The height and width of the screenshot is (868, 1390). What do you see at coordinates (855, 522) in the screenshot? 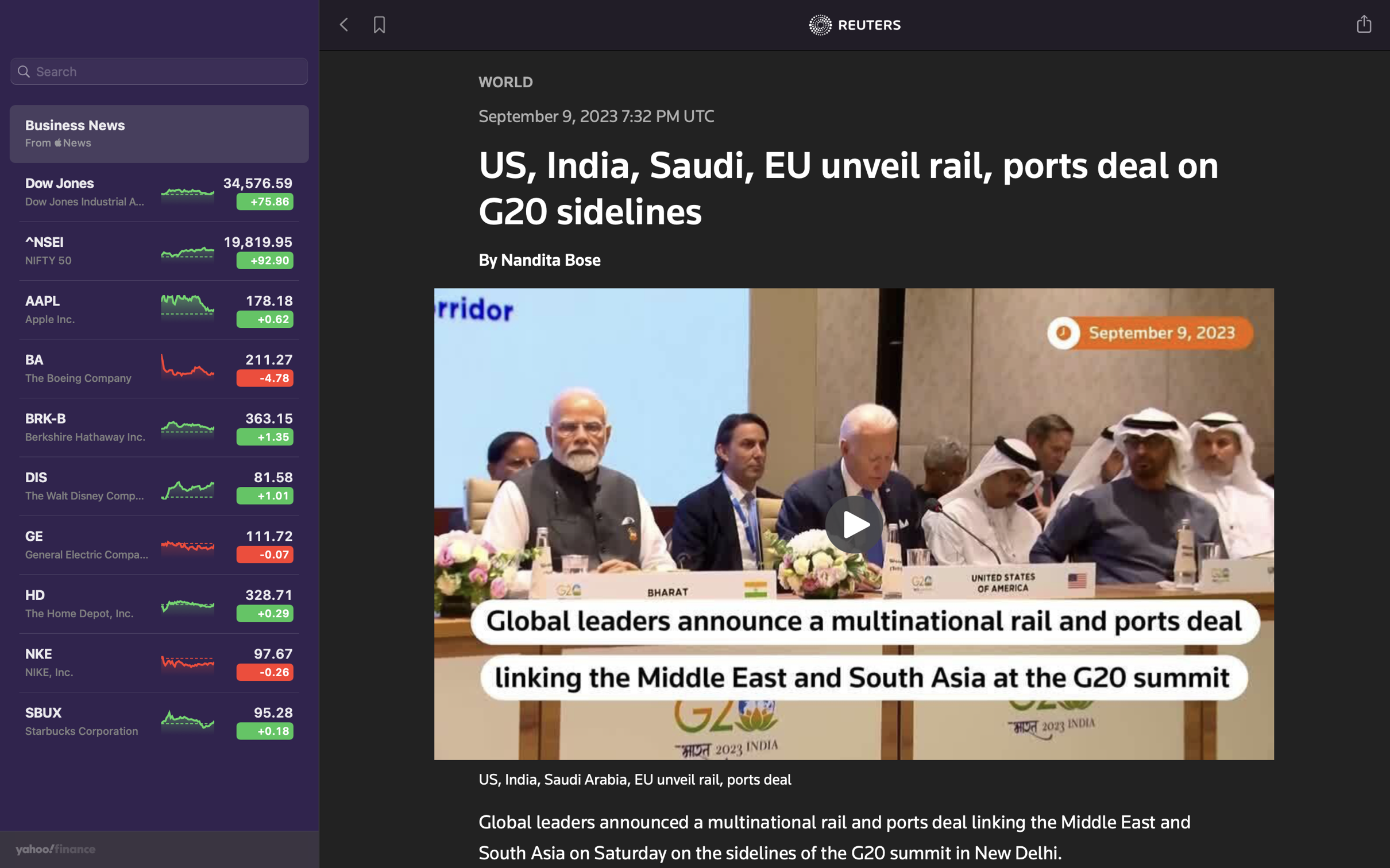
I see `Play the previous video in the news section` at bounding box center [855, 522].